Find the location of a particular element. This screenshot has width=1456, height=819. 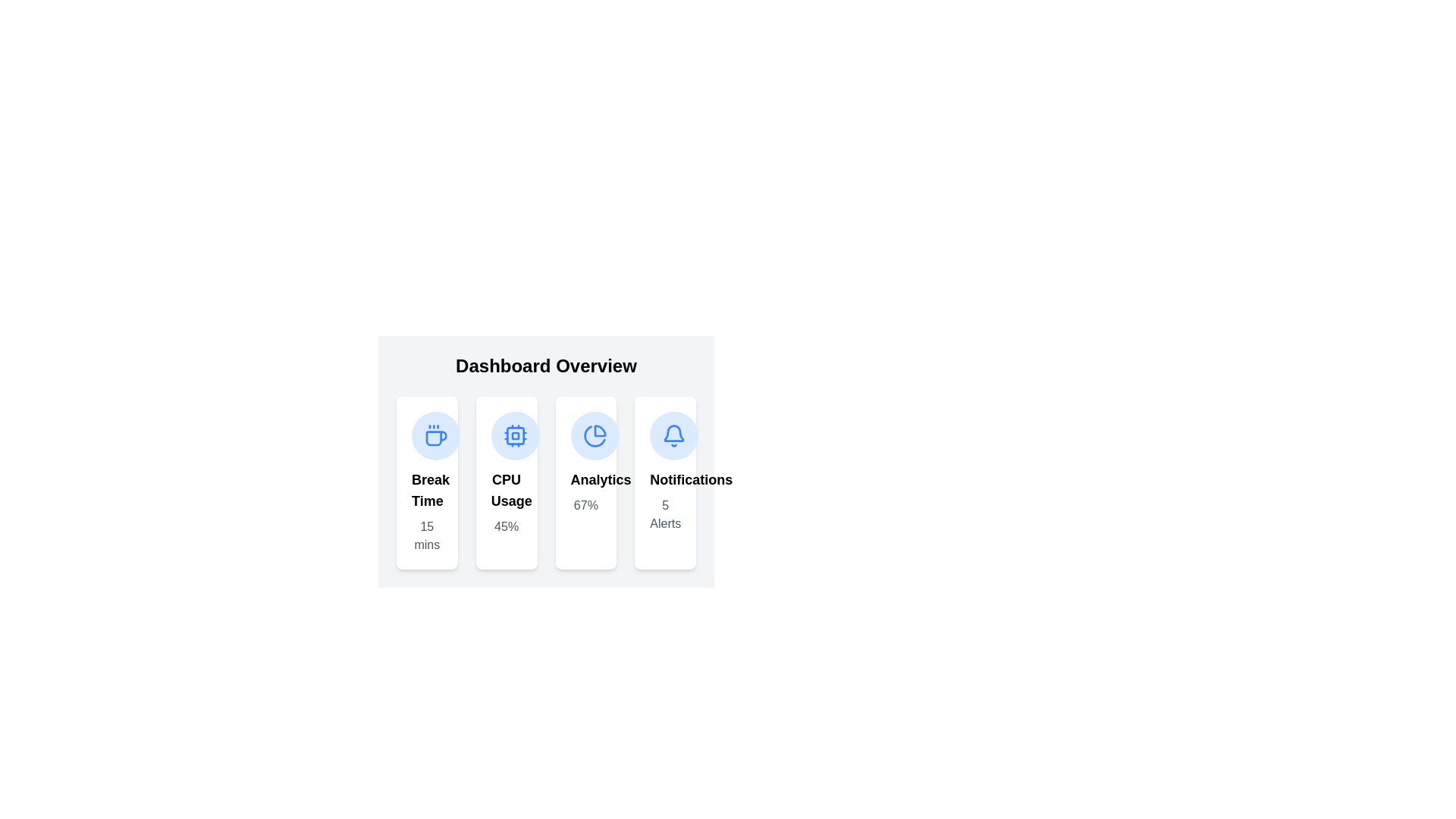

the 'CPU Usage' text label in the second card under 'Dashboard Overview' that displays the metric above '45%' is located at coordinates (507, 491).